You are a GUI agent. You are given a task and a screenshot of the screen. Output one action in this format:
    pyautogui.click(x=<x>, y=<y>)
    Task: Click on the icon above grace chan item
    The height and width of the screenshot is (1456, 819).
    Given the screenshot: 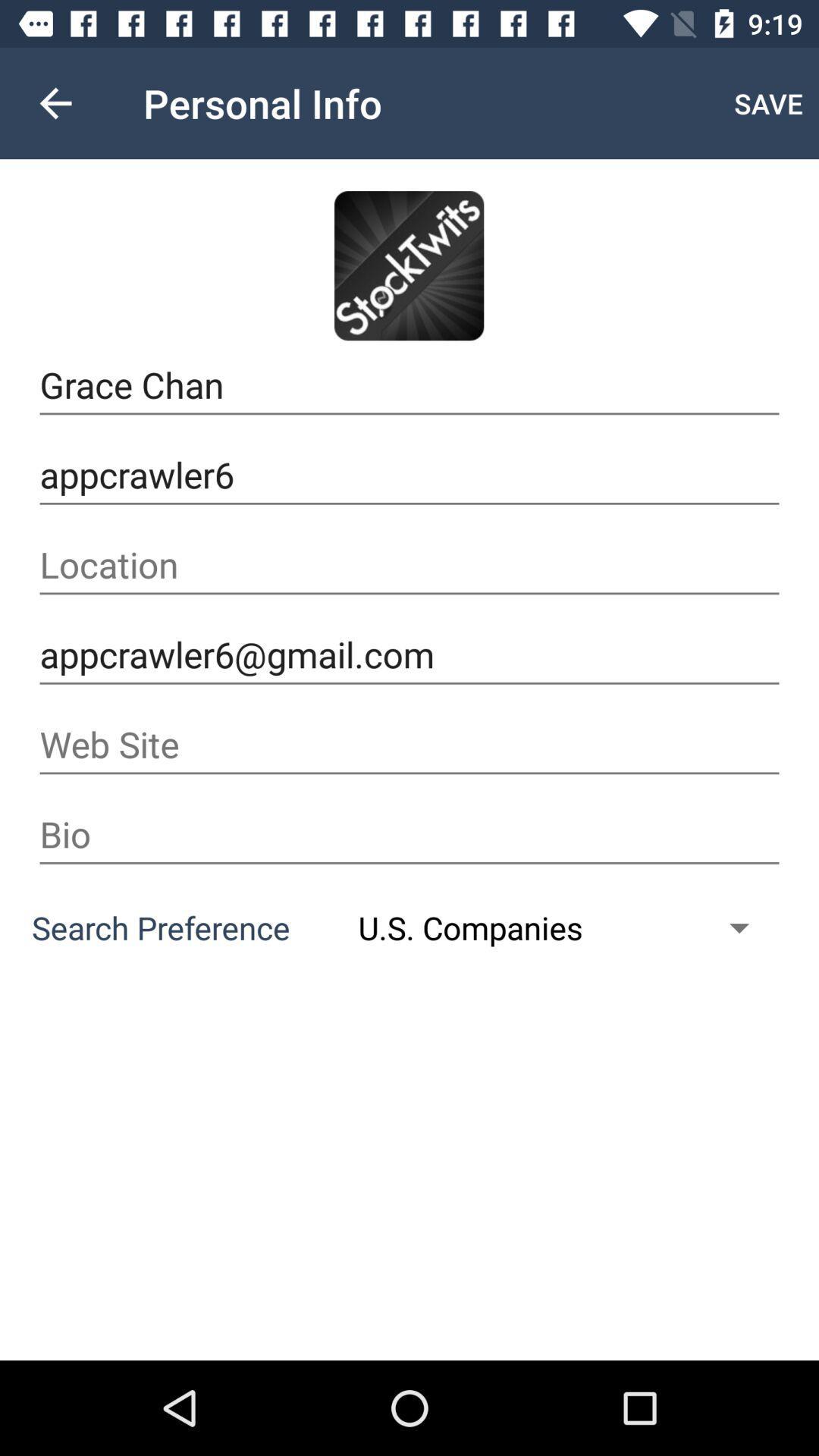 What is the action you would take?
    pyautogui.click(x=768, y=102)
    